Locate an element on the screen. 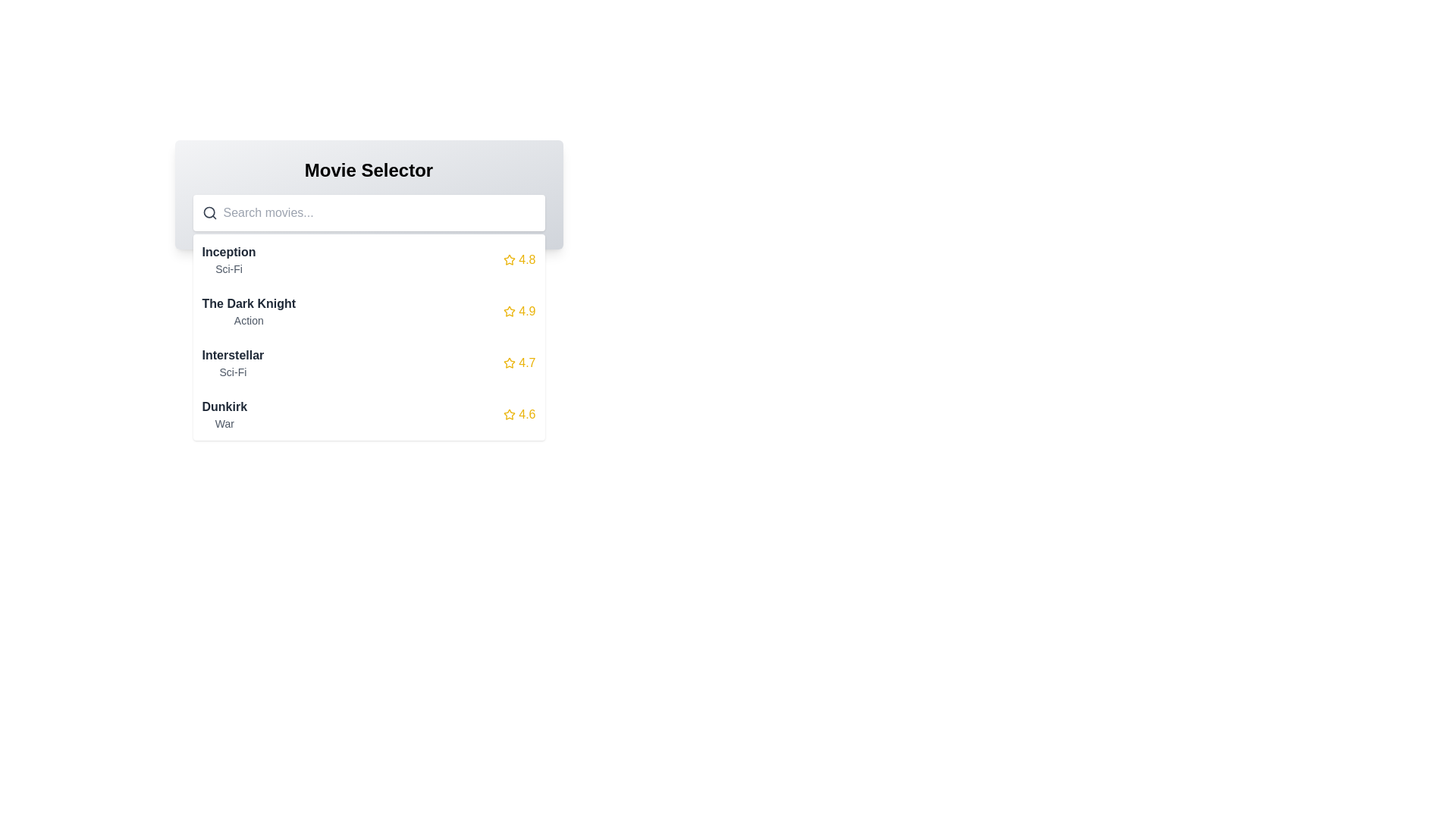 The height and width of the screenshot is (819, 1456). numeric rating value '4.7' displayed in bold yellow font, located to the right of the movie title 'Interstellar' in the ratings column is located at coordinates (527, 362).